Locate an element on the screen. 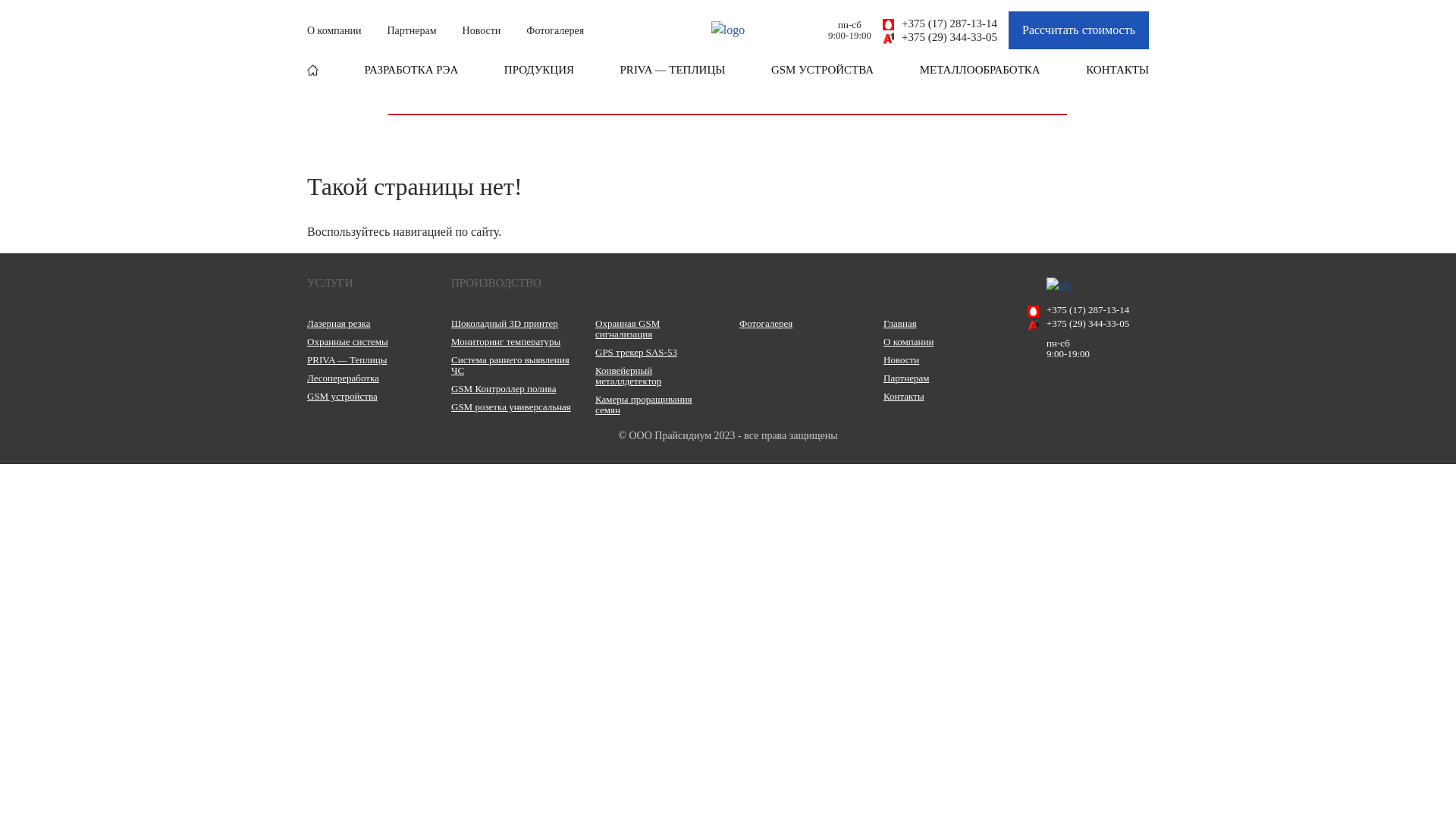 This screenshot has height=819, width=1456. '+375 (29) 344-33-05' is located at coordinates (1087, 323).